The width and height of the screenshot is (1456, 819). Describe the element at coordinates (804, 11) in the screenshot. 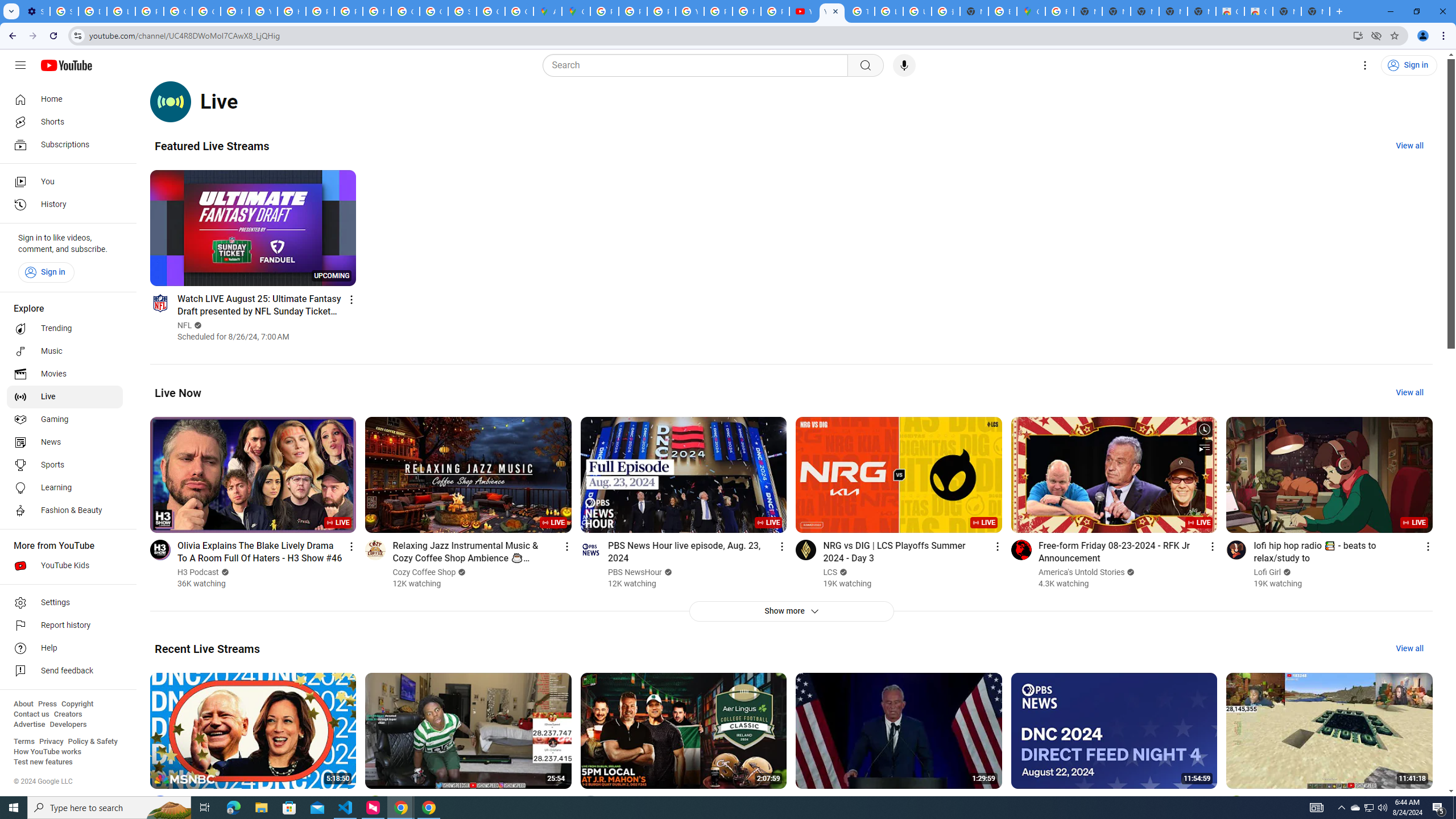

I see `'YouTube'` at that location.